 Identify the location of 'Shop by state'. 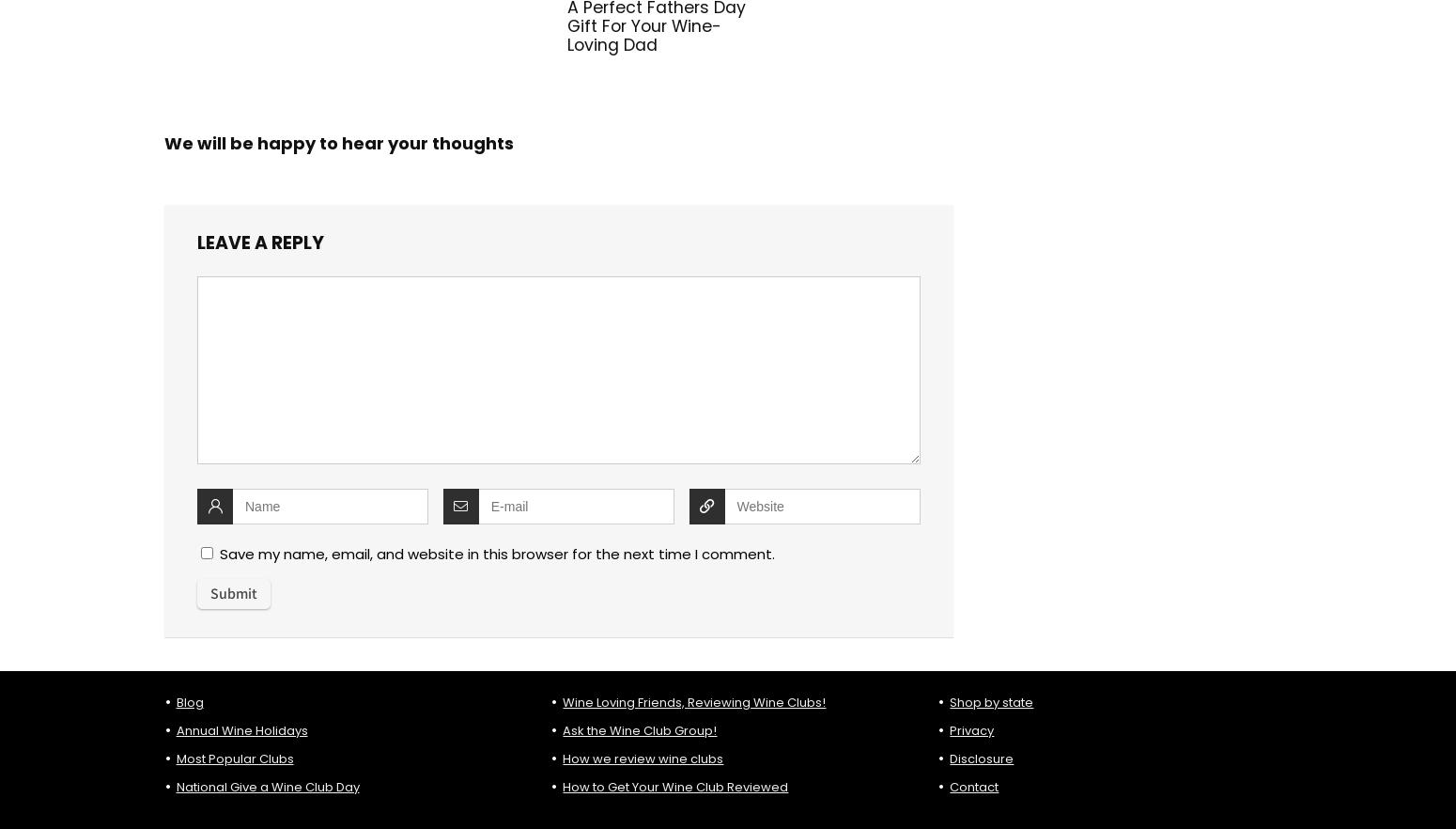
(991, 700).